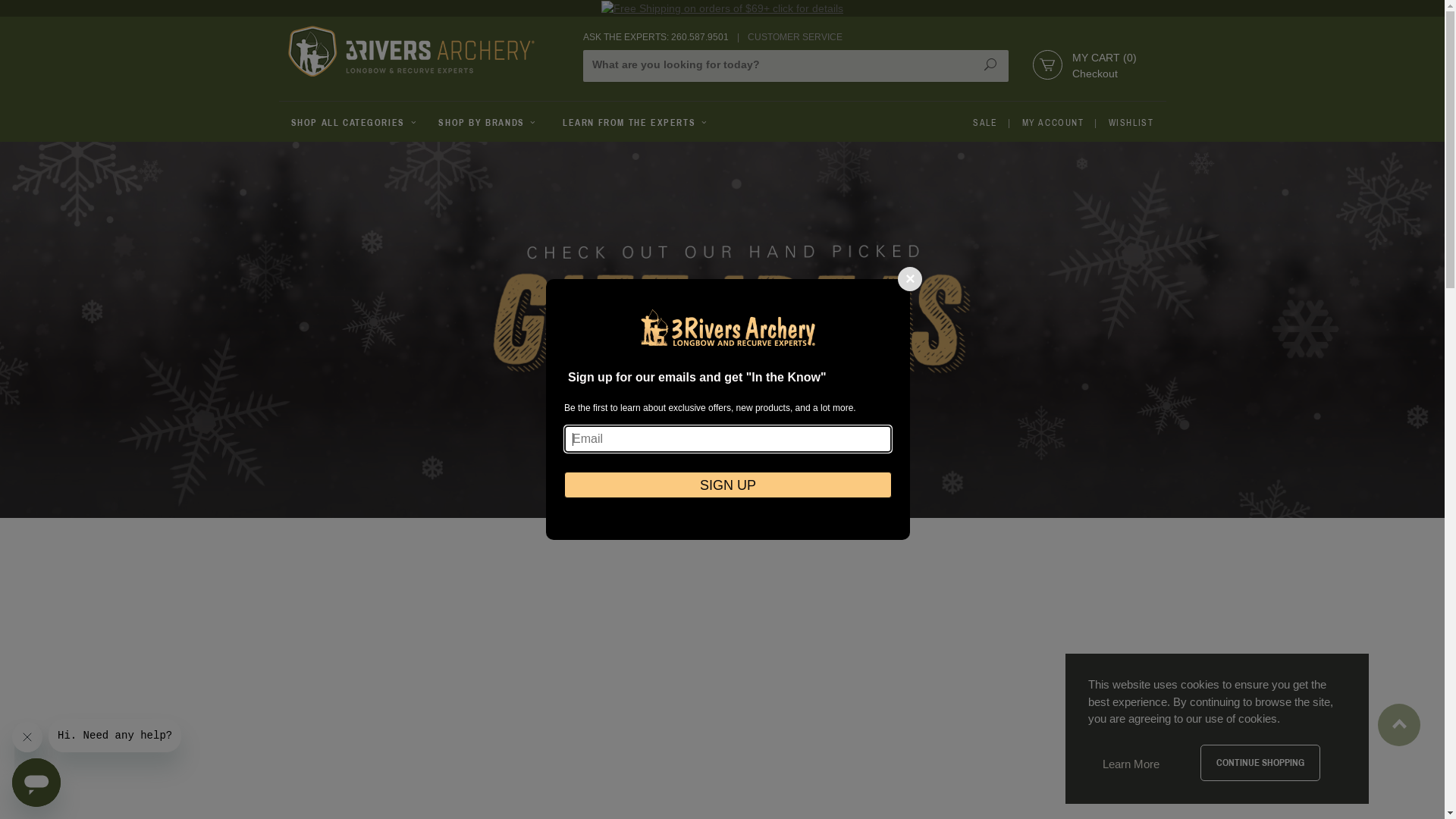 The height and width of the screenshot is (819, 1456). What do you see at coordinates (794, 36) in the screenshot?
I see `'CUSTOMER SERVICE'` at bounding box center [794, 36].